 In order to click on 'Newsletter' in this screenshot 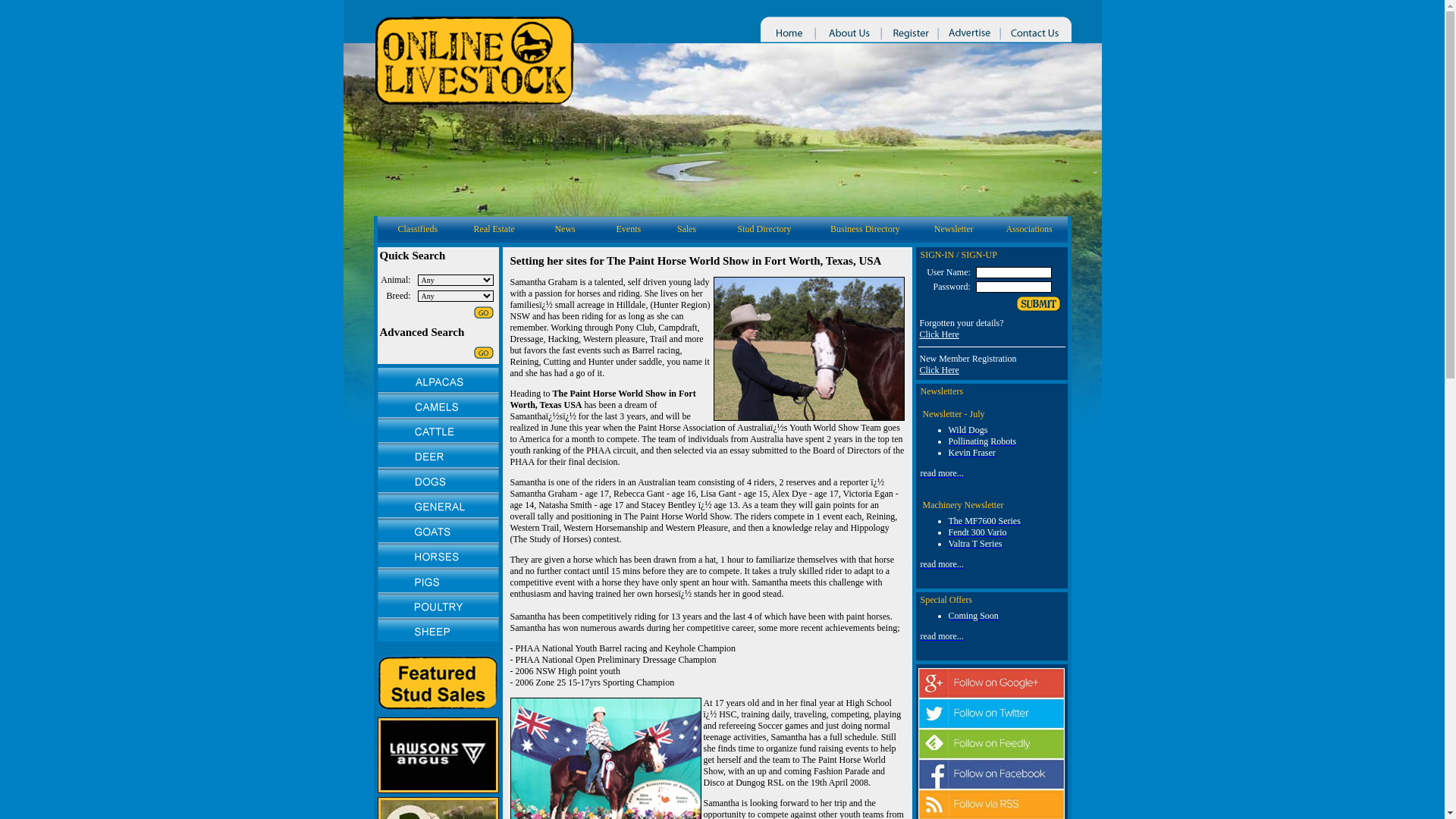, I will do `click(952, 228)`.